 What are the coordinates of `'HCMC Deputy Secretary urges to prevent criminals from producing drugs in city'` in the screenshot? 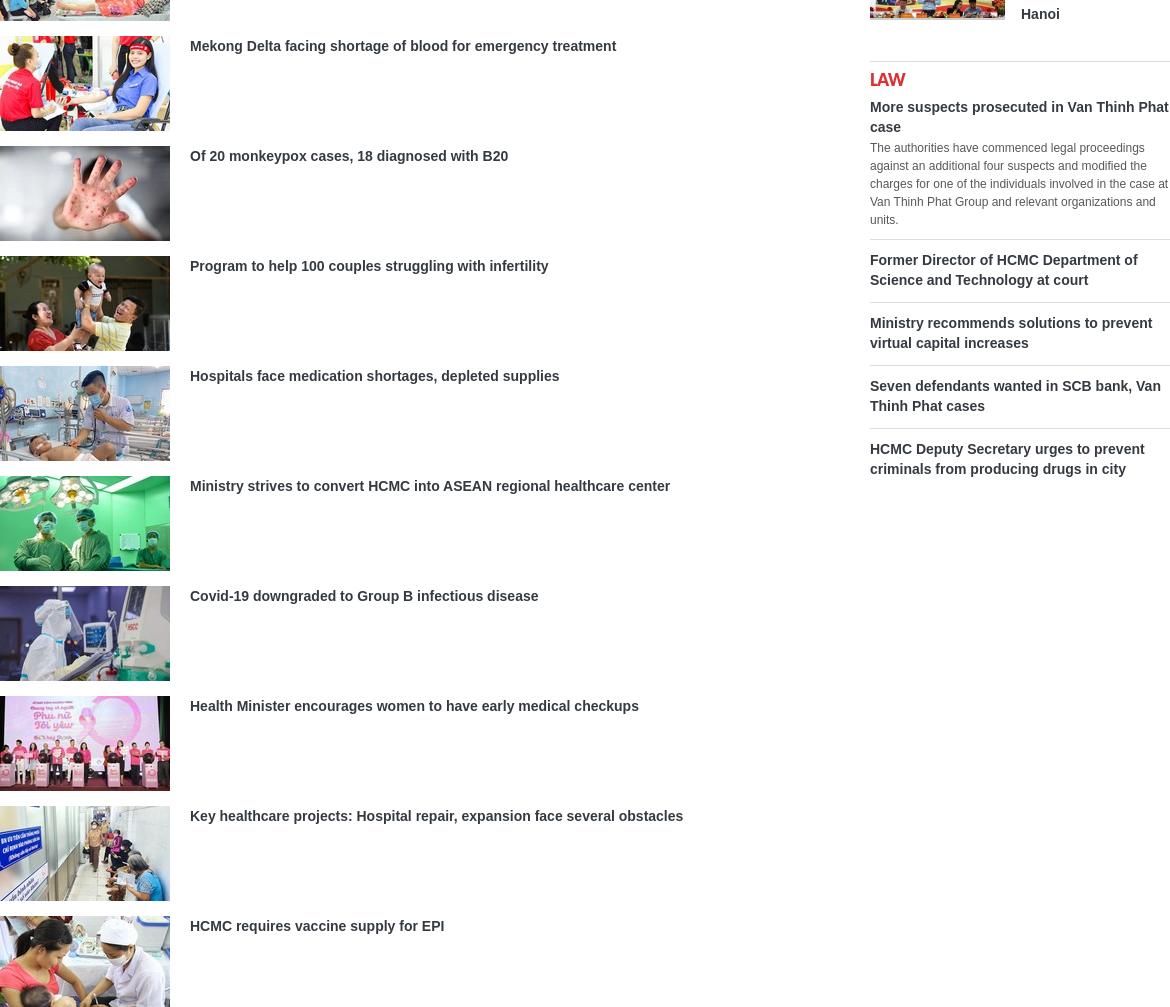 It's located at (1007, 457).